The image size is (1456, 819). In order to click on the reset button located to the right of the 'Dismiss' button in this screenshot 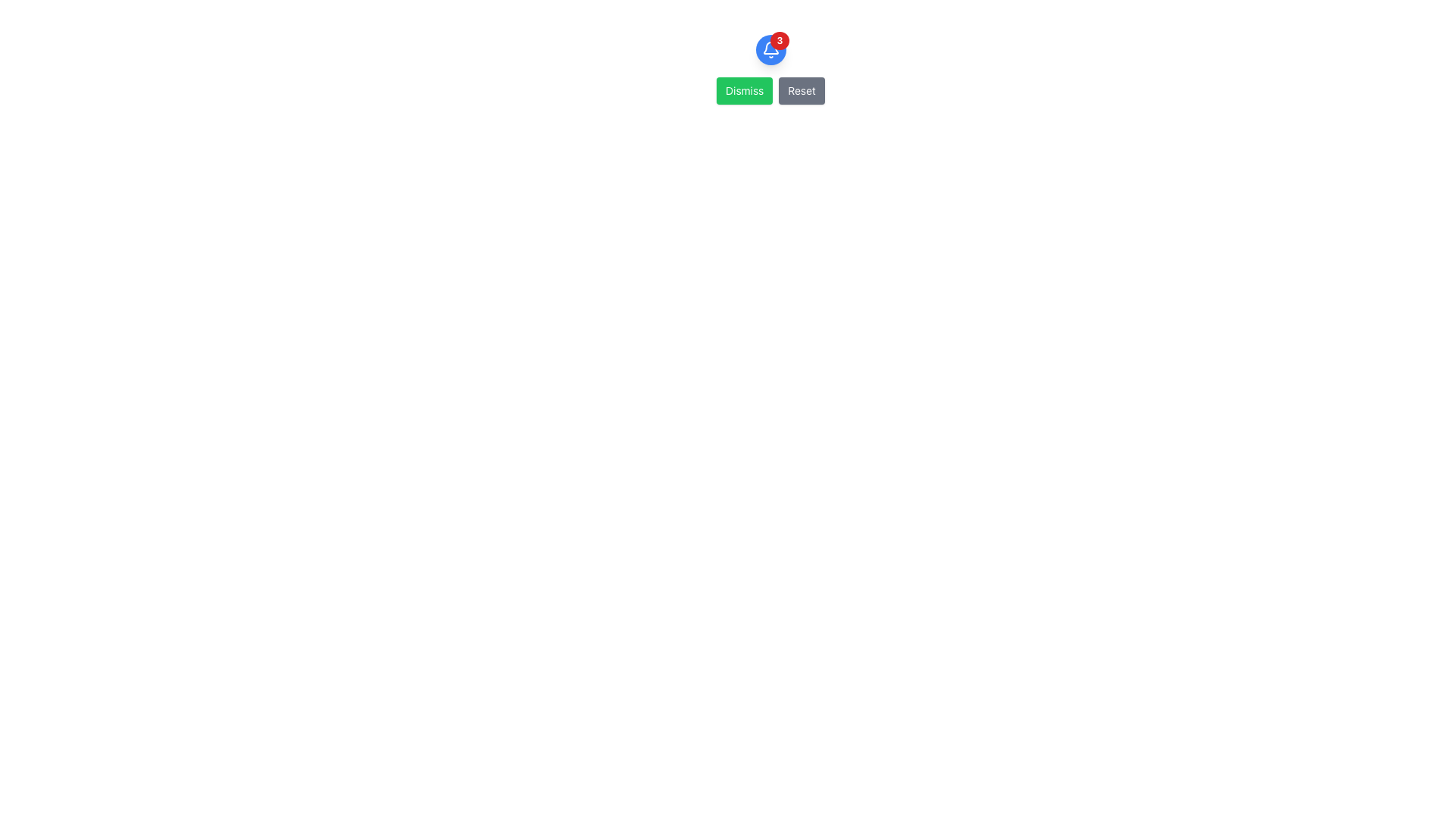, I will do `click(801, 90)`.